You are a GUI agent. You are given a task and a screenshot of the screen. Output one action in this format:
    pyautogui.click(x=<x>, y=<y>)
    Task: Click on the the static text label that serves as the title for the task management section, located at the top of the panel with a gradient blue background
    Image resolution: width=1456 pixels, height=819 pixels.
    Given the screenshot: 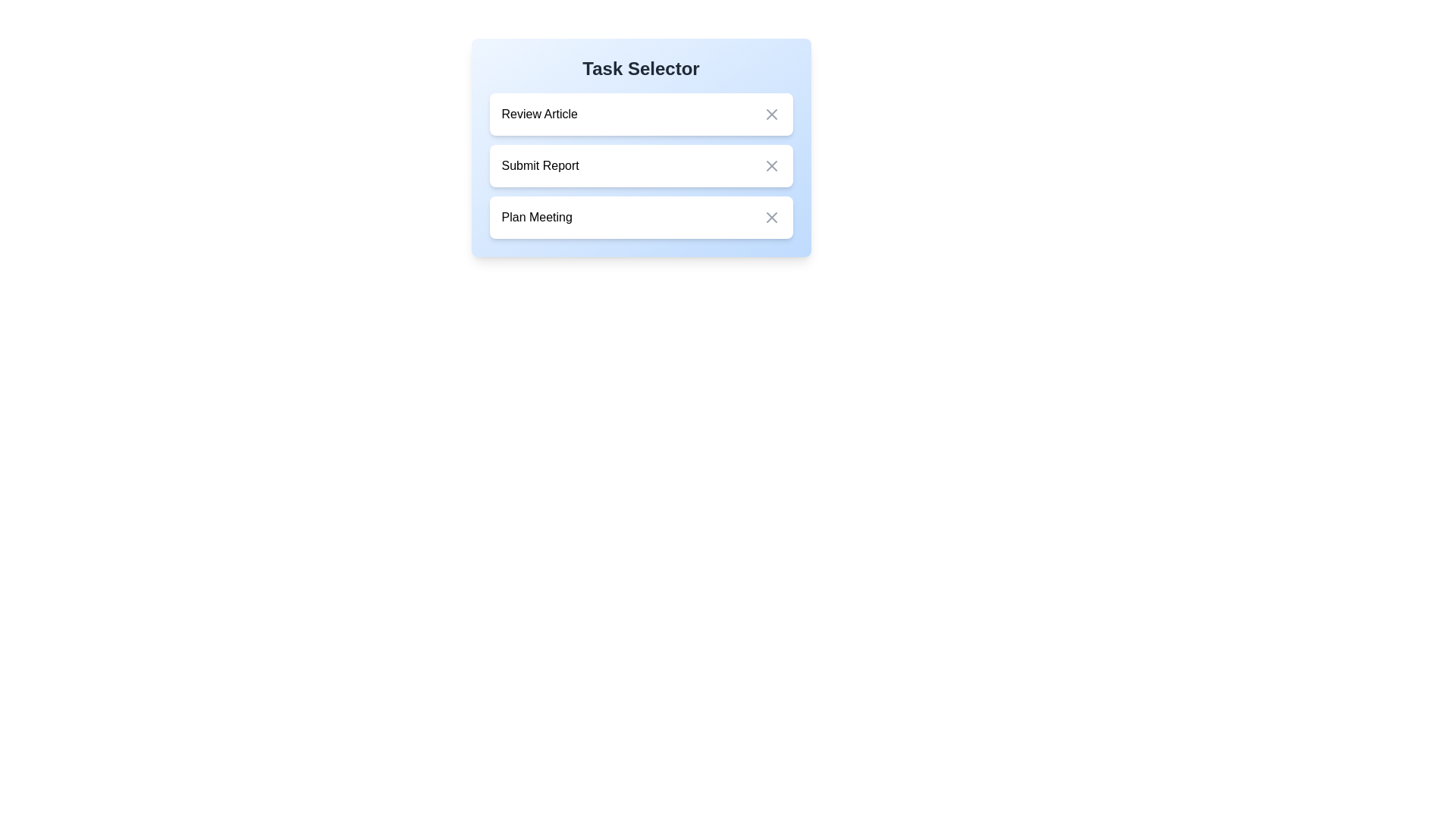 What is the action you would take?
    pyautogui.click(x=641, y=69)
    